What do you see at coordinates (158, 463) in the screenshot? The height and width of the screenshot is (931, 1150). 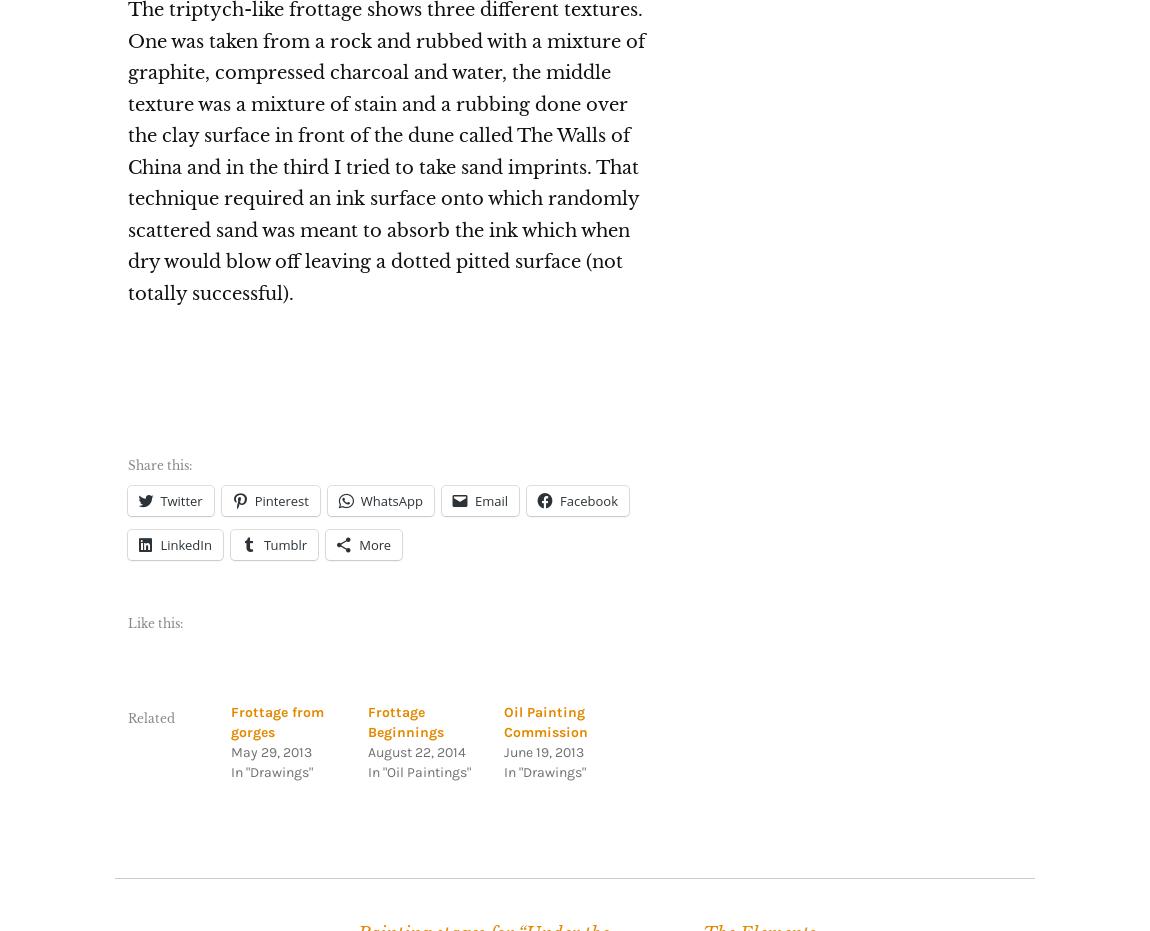 I see `'Share this:'` at bounding box center [158, 463].